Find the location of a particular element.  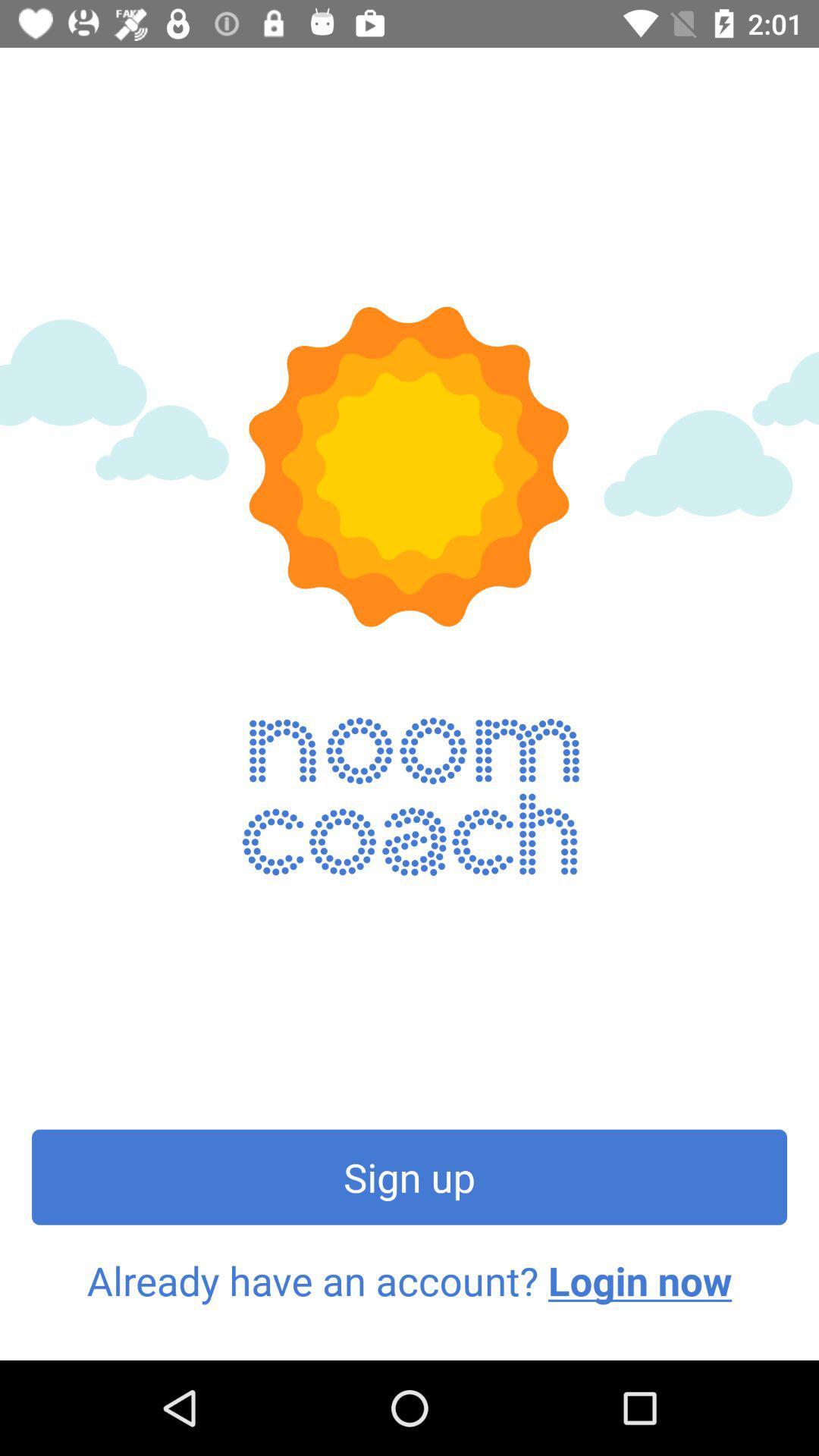

sign up is located at coordinates (409, 1176).